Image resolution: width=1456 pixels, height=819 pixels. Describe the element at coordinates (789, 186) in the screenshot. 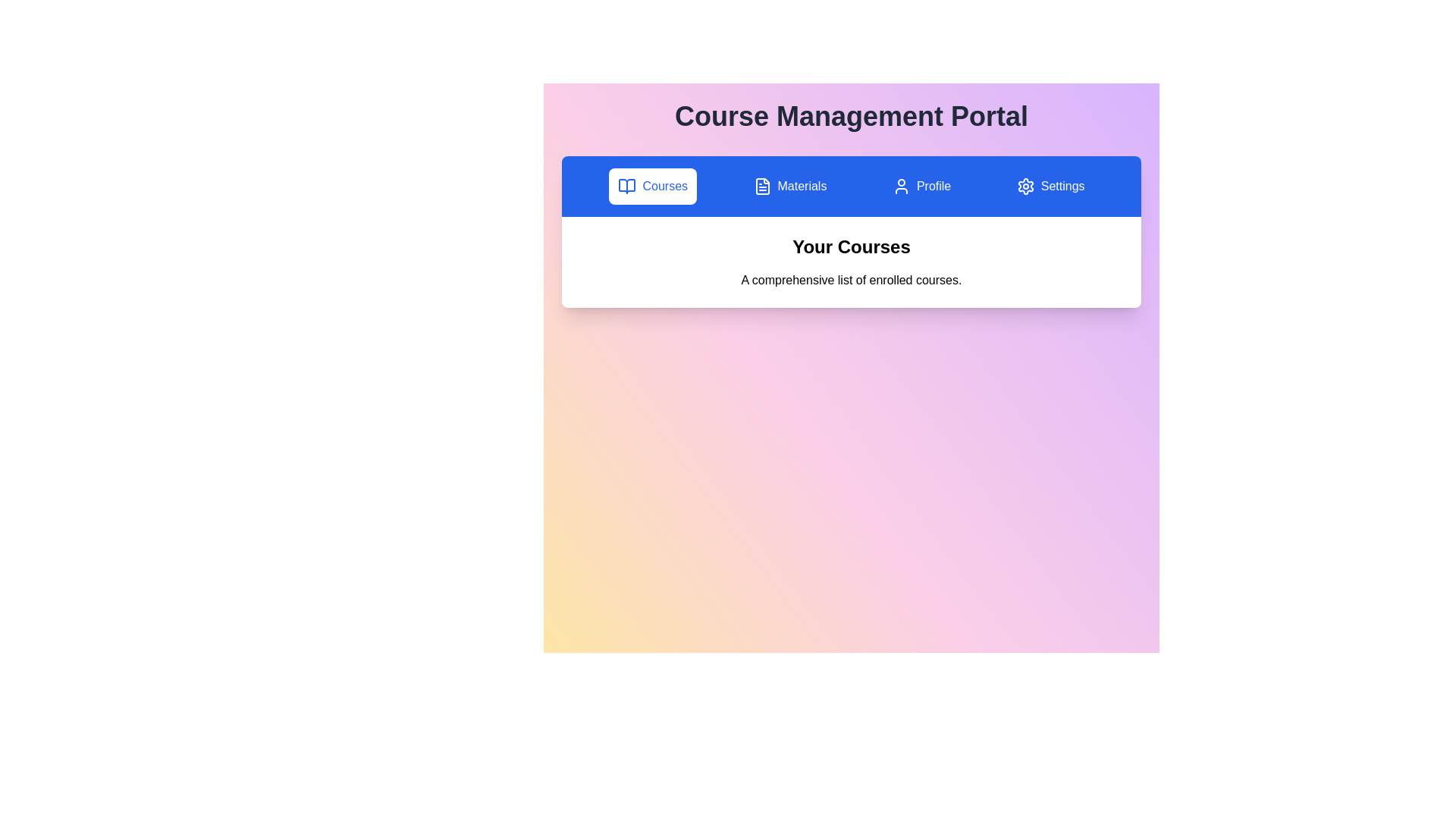

I see `the 'Materials' button, which has a blue background and white text` at that location.